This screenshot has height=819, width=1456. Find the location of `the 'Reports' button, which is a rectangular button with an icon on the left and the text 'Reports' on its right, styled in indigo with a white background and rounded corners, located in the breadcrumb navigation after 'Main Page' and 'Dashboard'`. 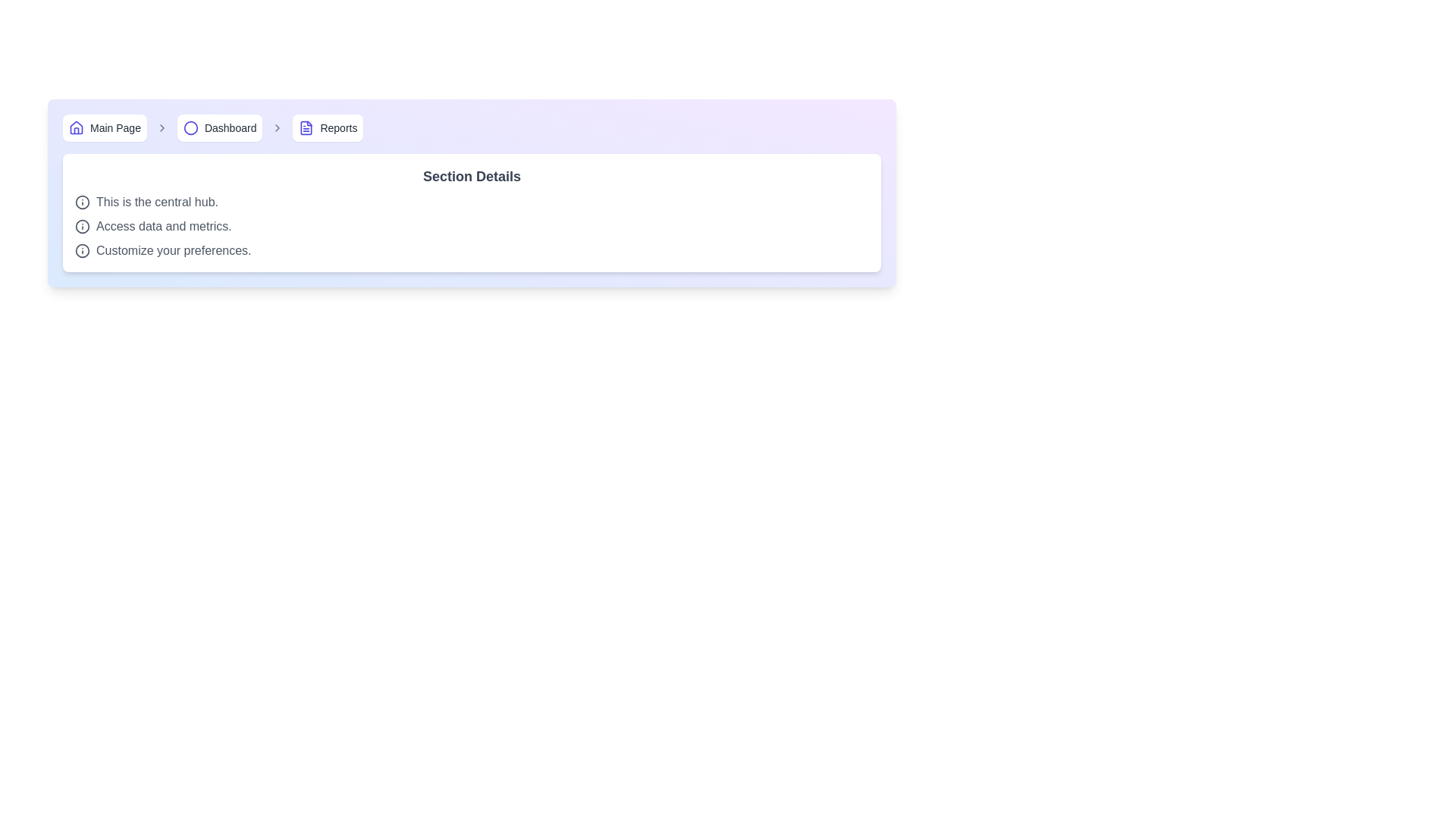

the 'Reports' button, which is a rectangular button with an icon on the left and the text 'Reports' on its right, styled in indigo with a white background and rounded corners, located in the breadcrumb navigation after 'Main Page' and 'Dashboard' is located at coordinates (327, 127).